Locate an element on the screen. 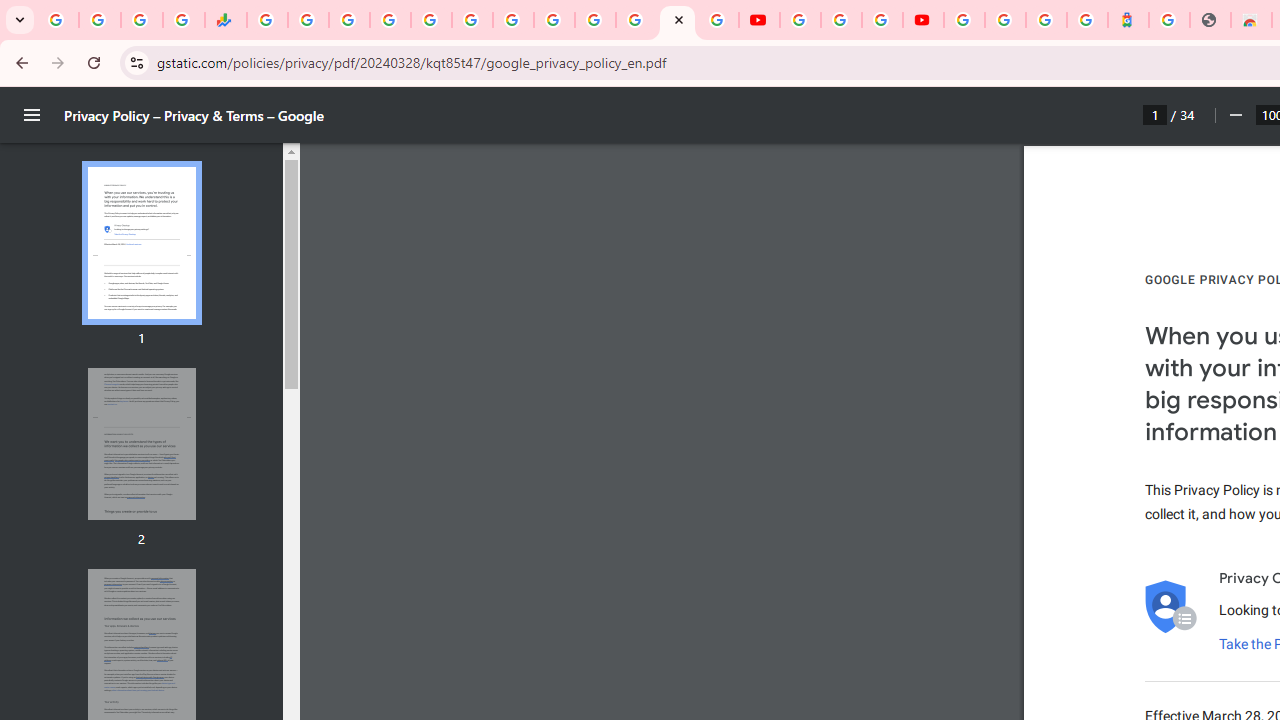 This screenshot has width=1280, height=720. 'Thumbnail for page 2' is located at coordinates (140, 443).